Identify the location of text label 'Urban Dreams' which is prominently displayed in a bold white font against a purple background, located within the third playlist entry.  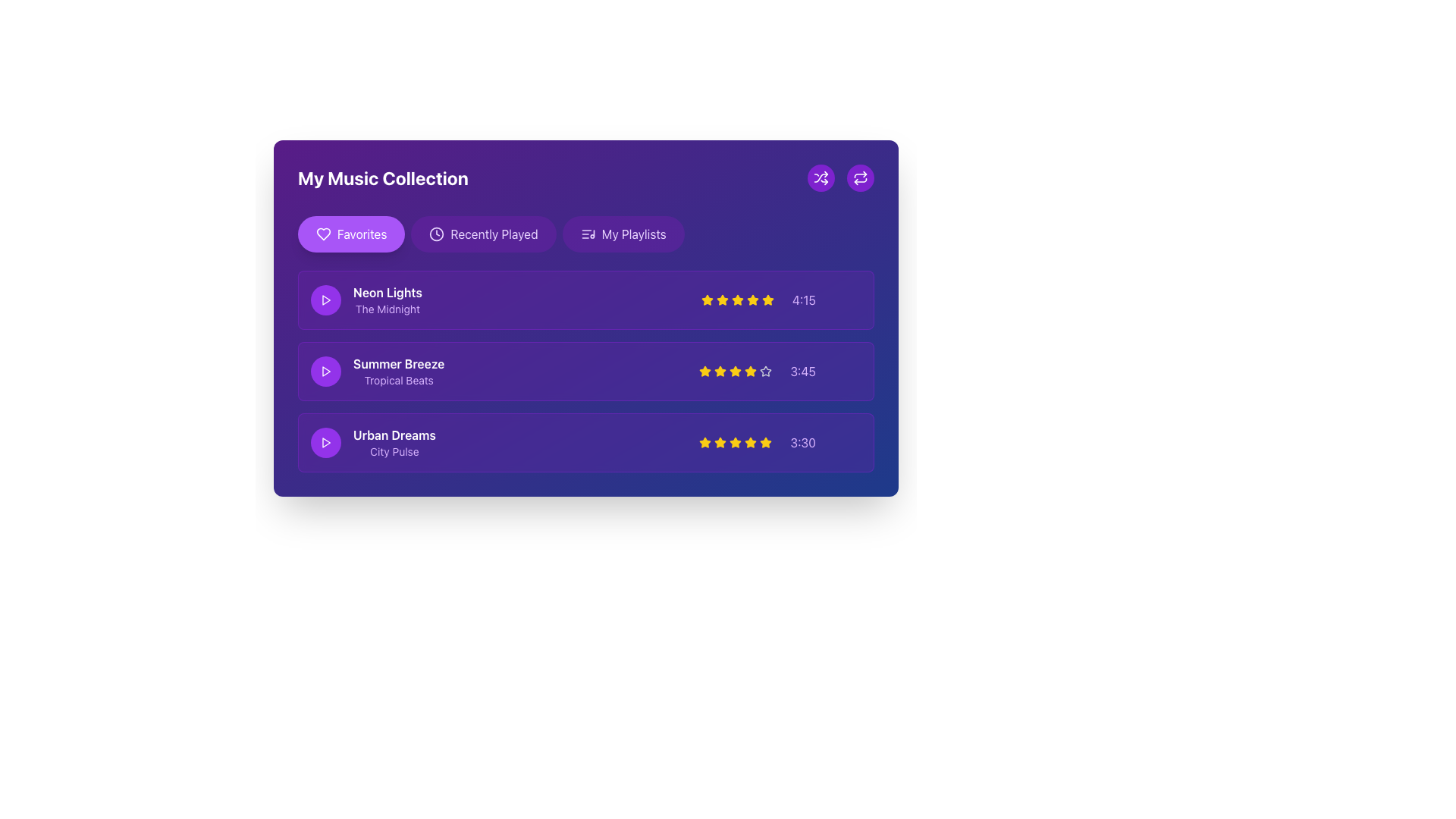
(394, 435).